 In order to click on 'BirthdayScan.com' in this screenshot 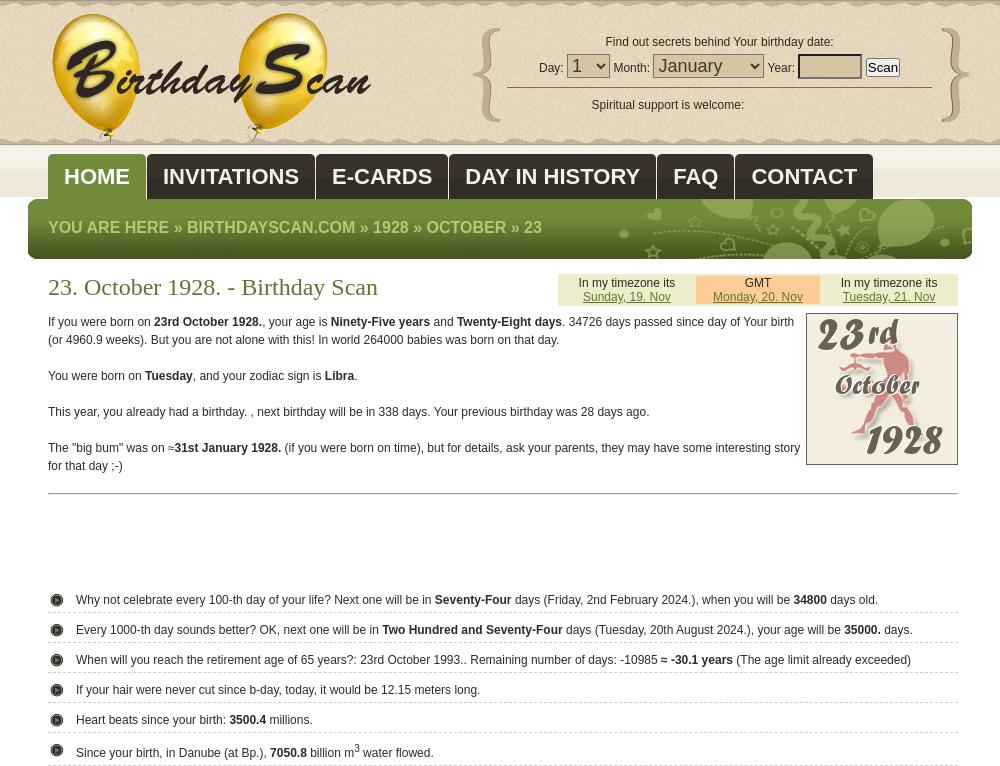, I will do `click(271, 227)`.